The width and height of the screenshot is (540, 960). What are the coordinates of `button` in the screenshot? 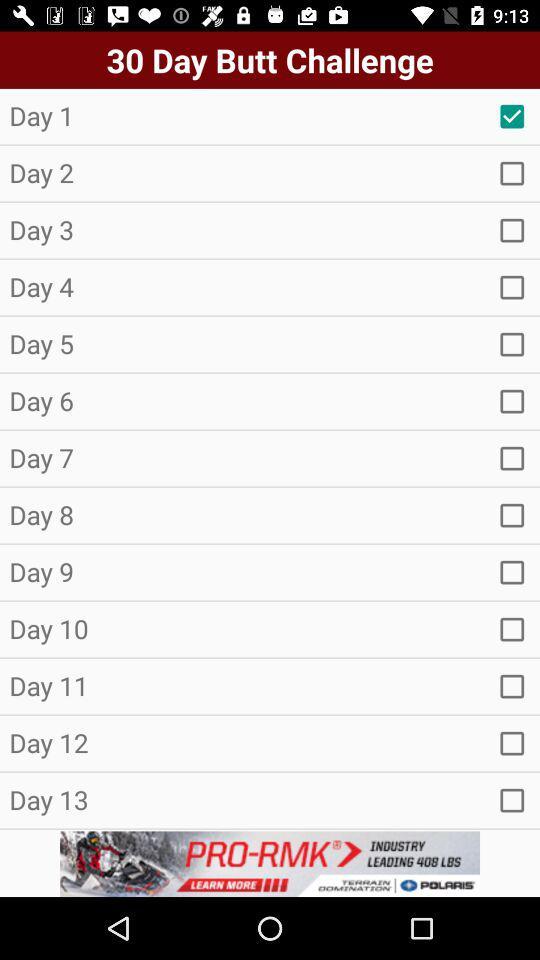 It's located at (512, 686).